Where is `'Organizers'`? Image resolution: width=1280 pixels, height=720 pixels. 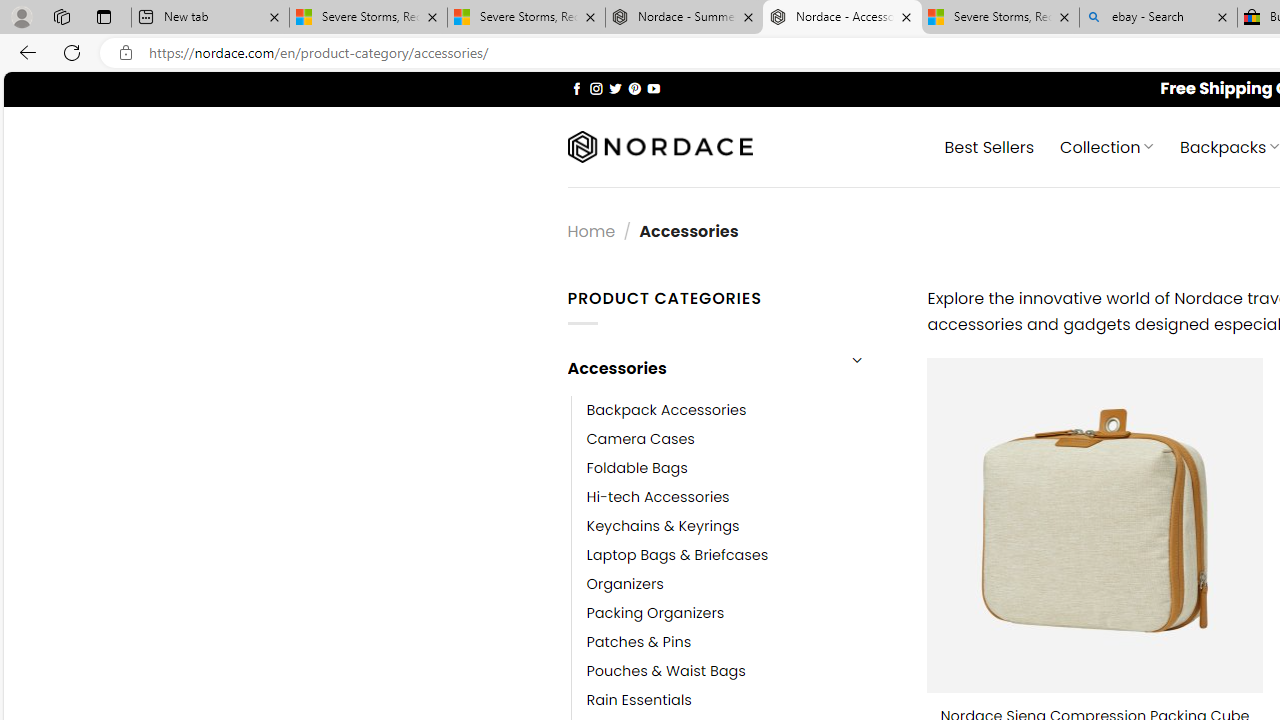 'Organizers' is located at coordinates (624, 585).